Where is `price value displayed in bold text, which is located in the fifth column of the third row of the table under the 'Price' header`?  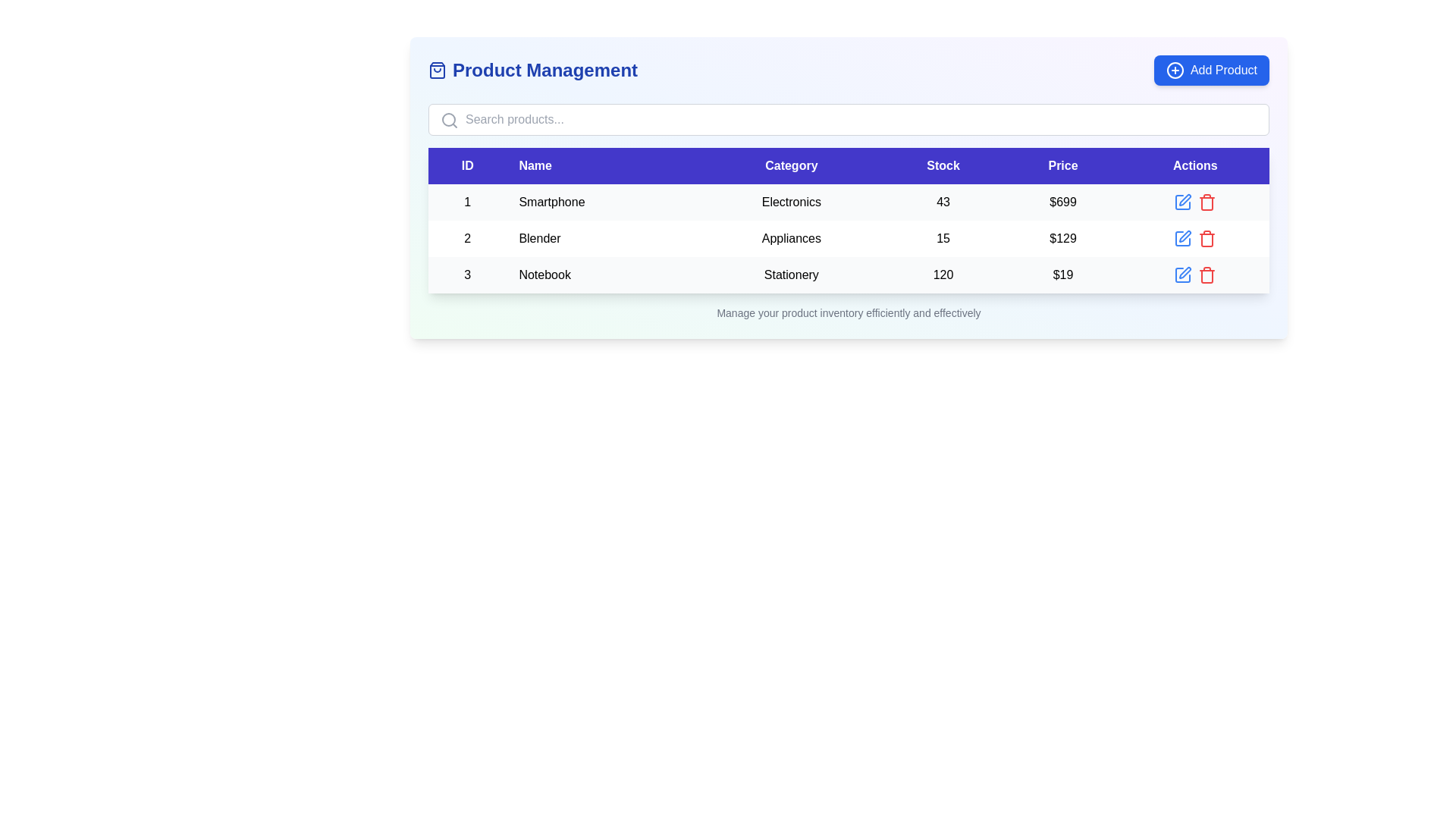
price value displayed in bold text, which is located in the fifth column of the third row of the table under the 'Price' header is located at coordinates (1062, 275).